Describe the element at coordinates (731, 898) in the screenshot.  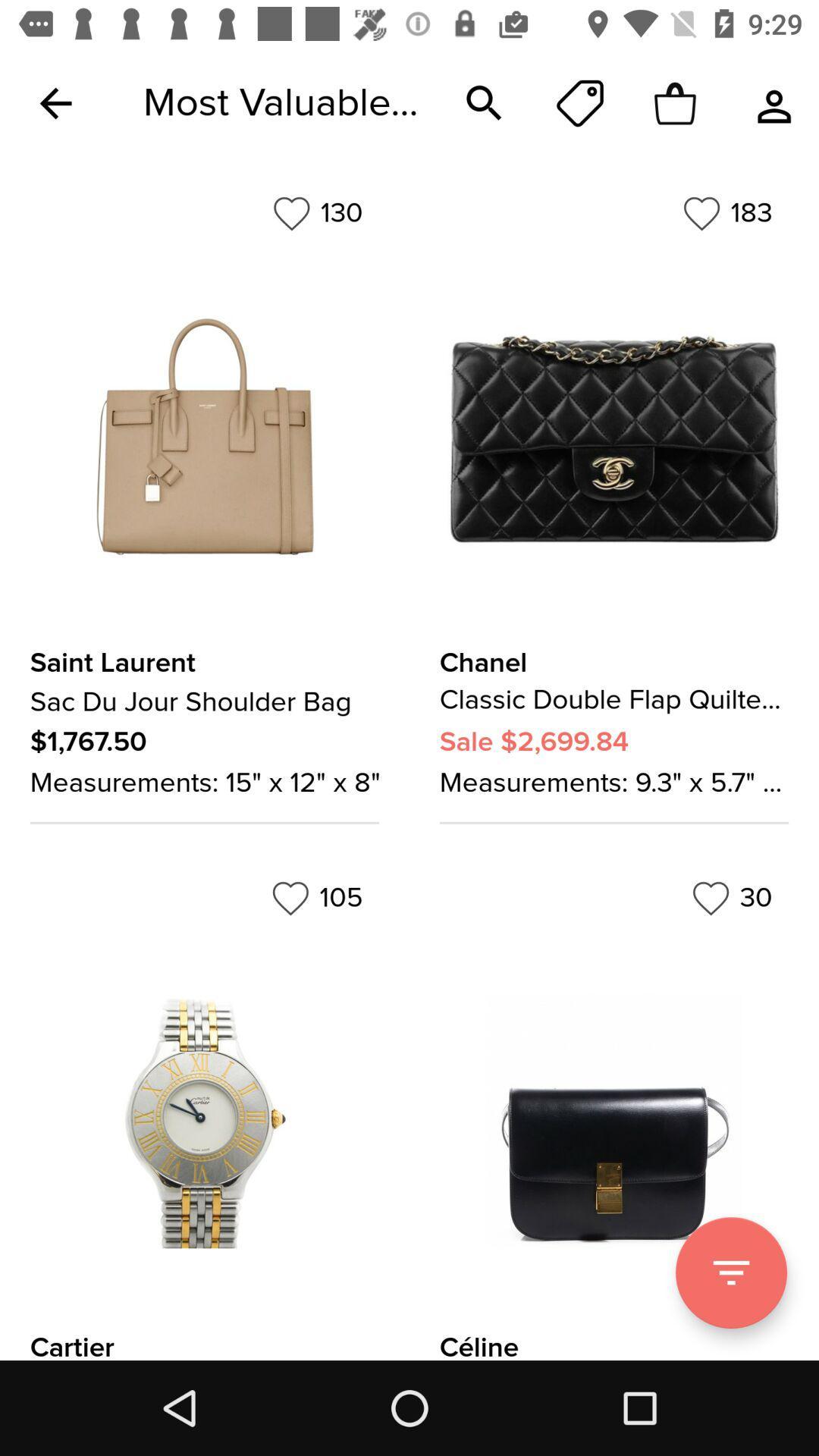
I see `30 item` at that location.